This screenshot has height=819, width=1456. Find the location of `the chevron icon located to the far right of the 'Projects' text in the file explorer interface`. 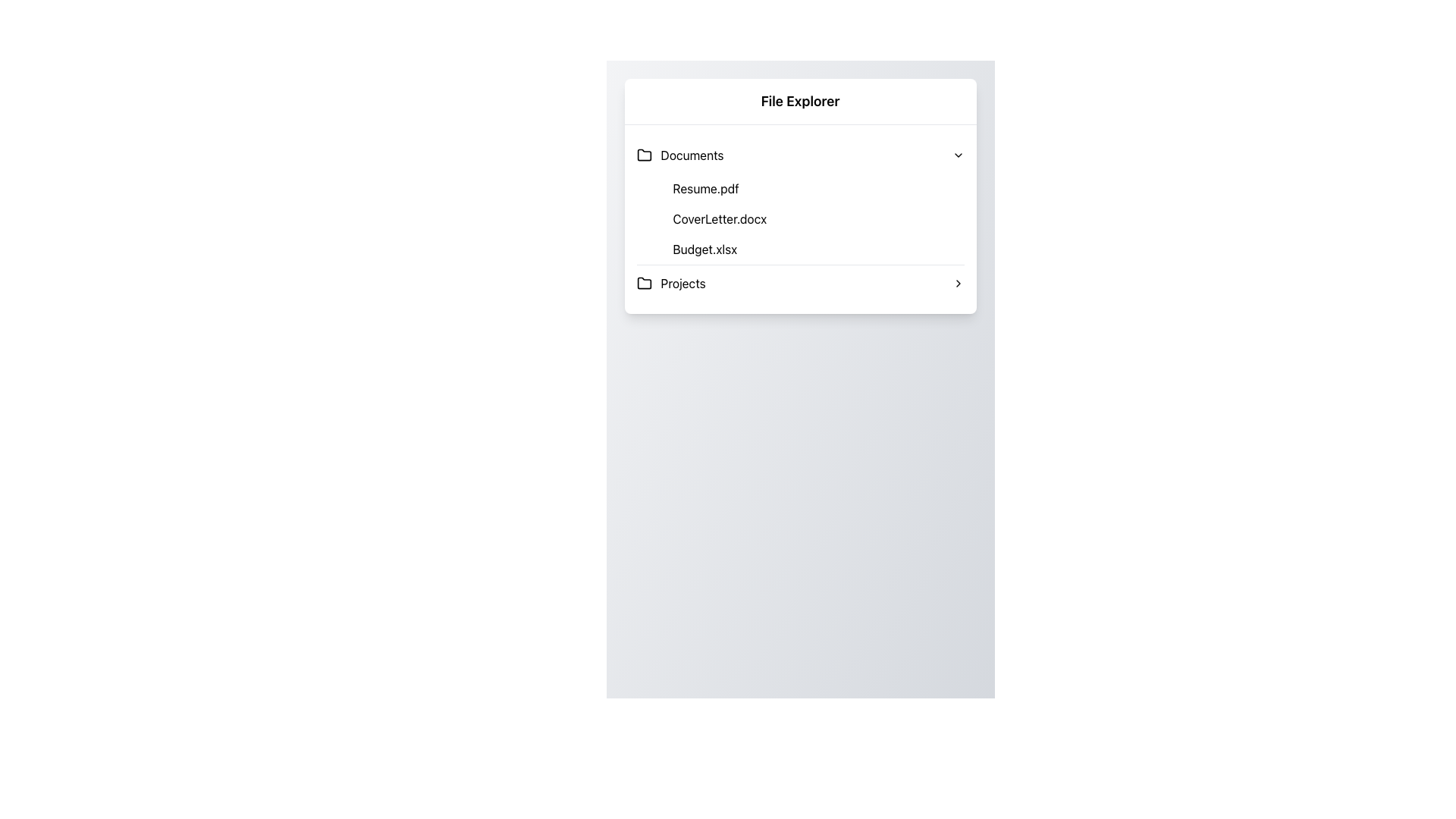

the chevron icon located to the far right of the 'Projects' text in the file explorer interface is located at coordinates (957, 284).